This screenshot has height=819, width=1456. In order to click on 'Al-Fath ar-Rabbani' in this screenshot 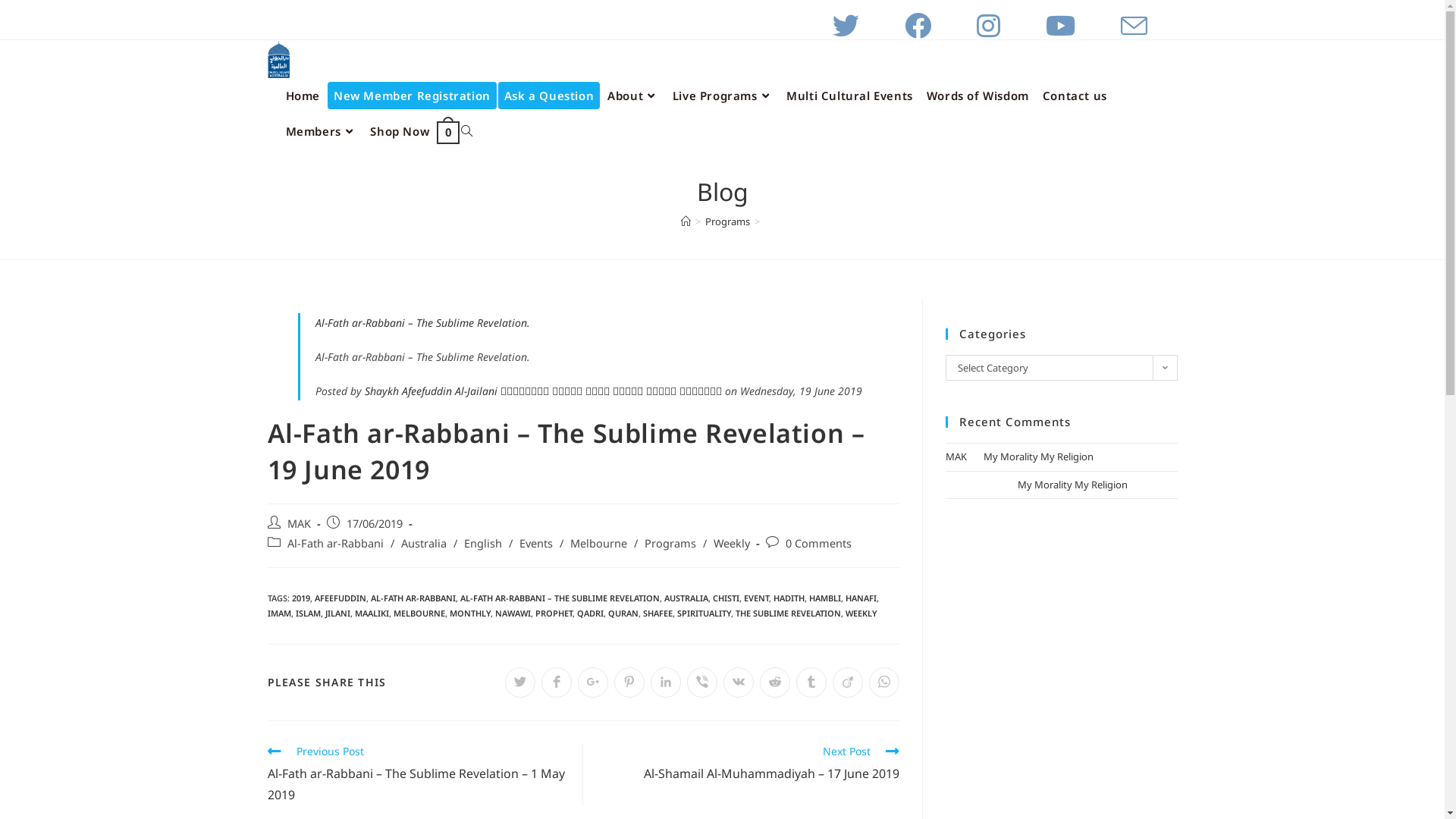, I will do `click(287, 542)`.